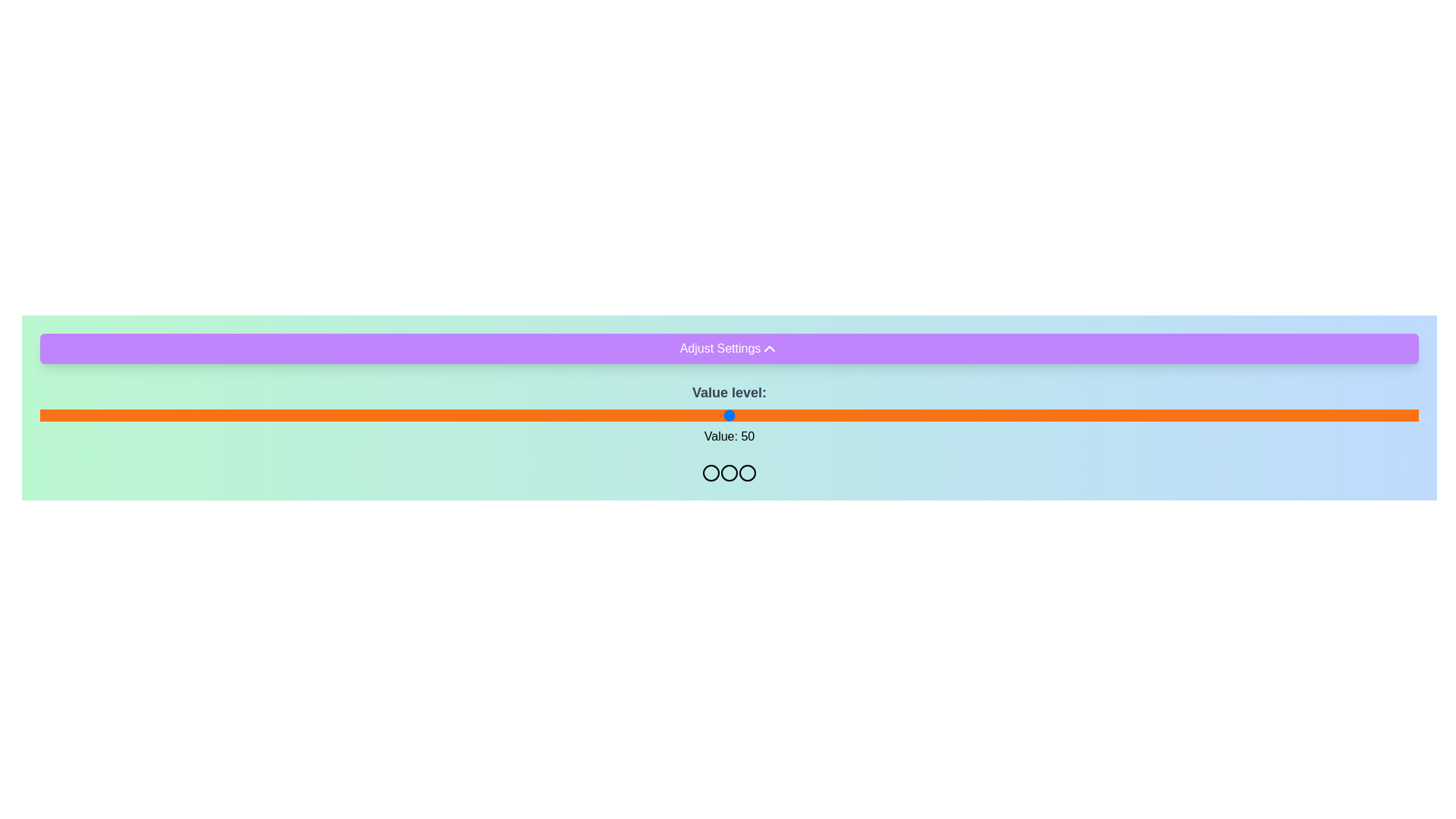 The image size is (1456, 819). What do you see at coordinates (494, 415) in the screenshot?
I see `the slider to set its value to 33` at bounding box center [494, 415].